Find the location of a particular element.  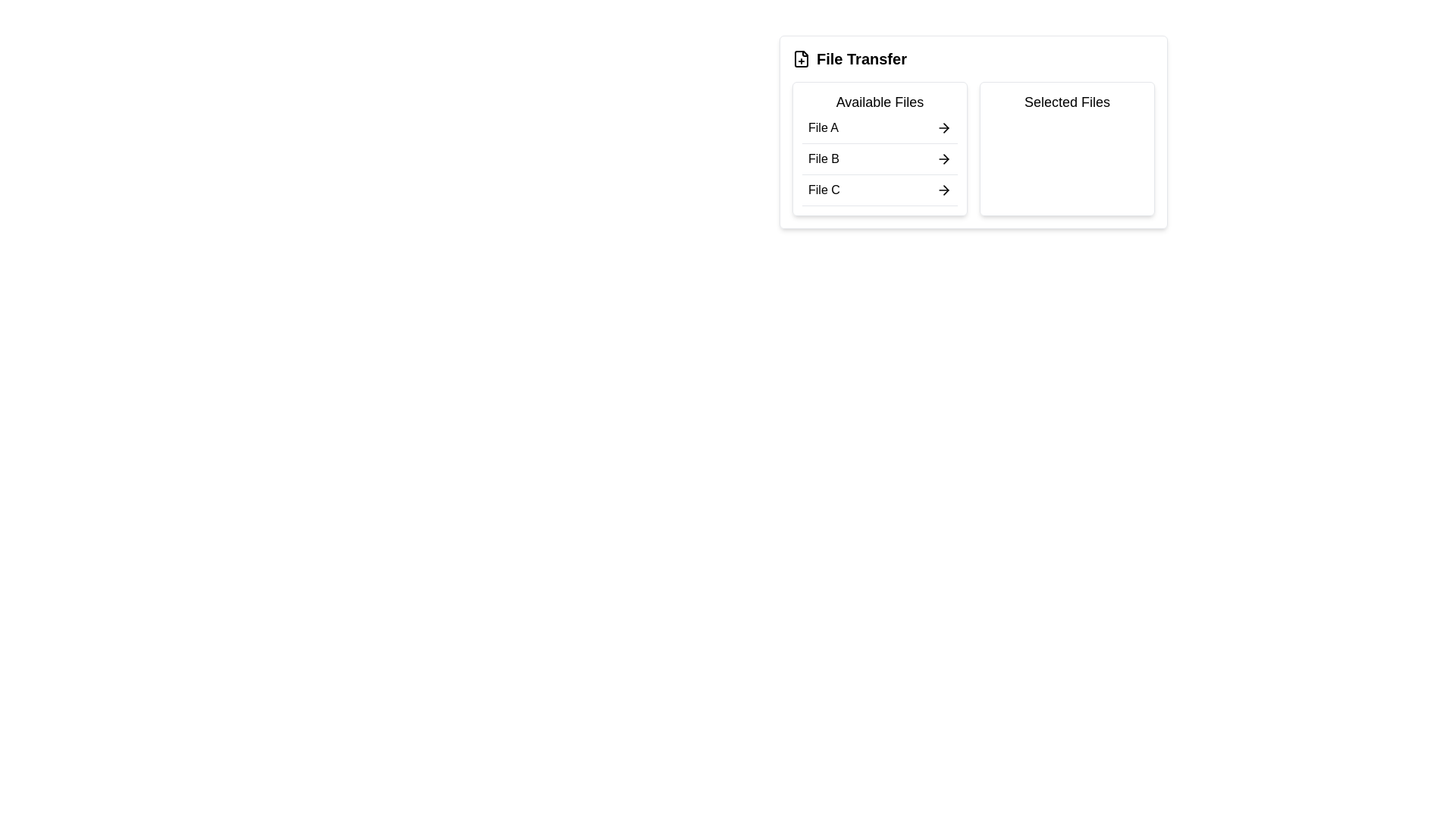

the right arrow SVG icon located on the right side of the 'File A' row in the 'Available Files' panel of the 'File Transfer' interface for interaction is located at coordinates (946, 127).